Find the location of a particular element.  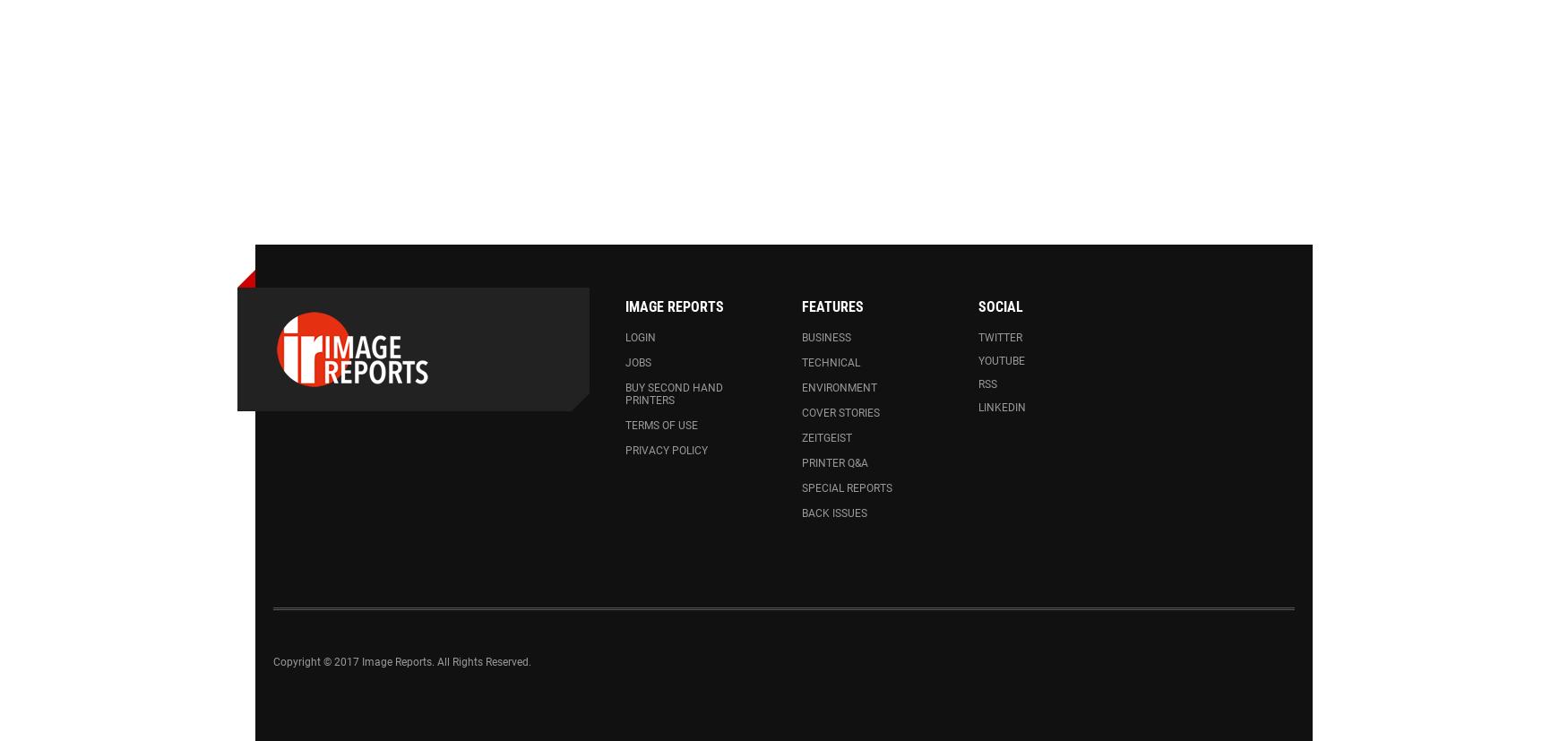

'Copyright © 2017 Image Reports. All Rights Reserved.' is located at coordinates (402, 661).